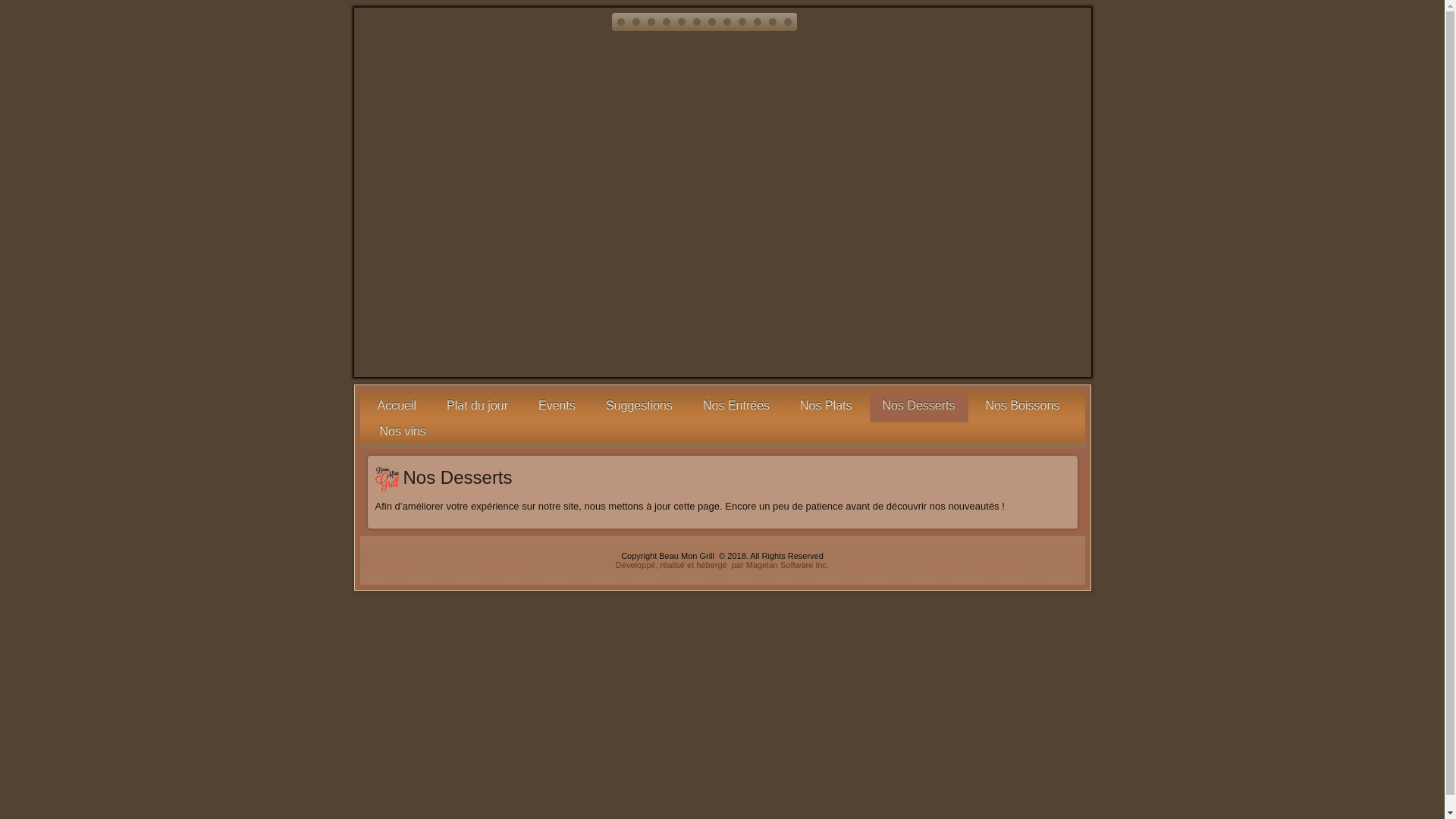  Describe the element at coordinates (432, 405) in the screenshot. I see `'Plat du jour'` at that location.